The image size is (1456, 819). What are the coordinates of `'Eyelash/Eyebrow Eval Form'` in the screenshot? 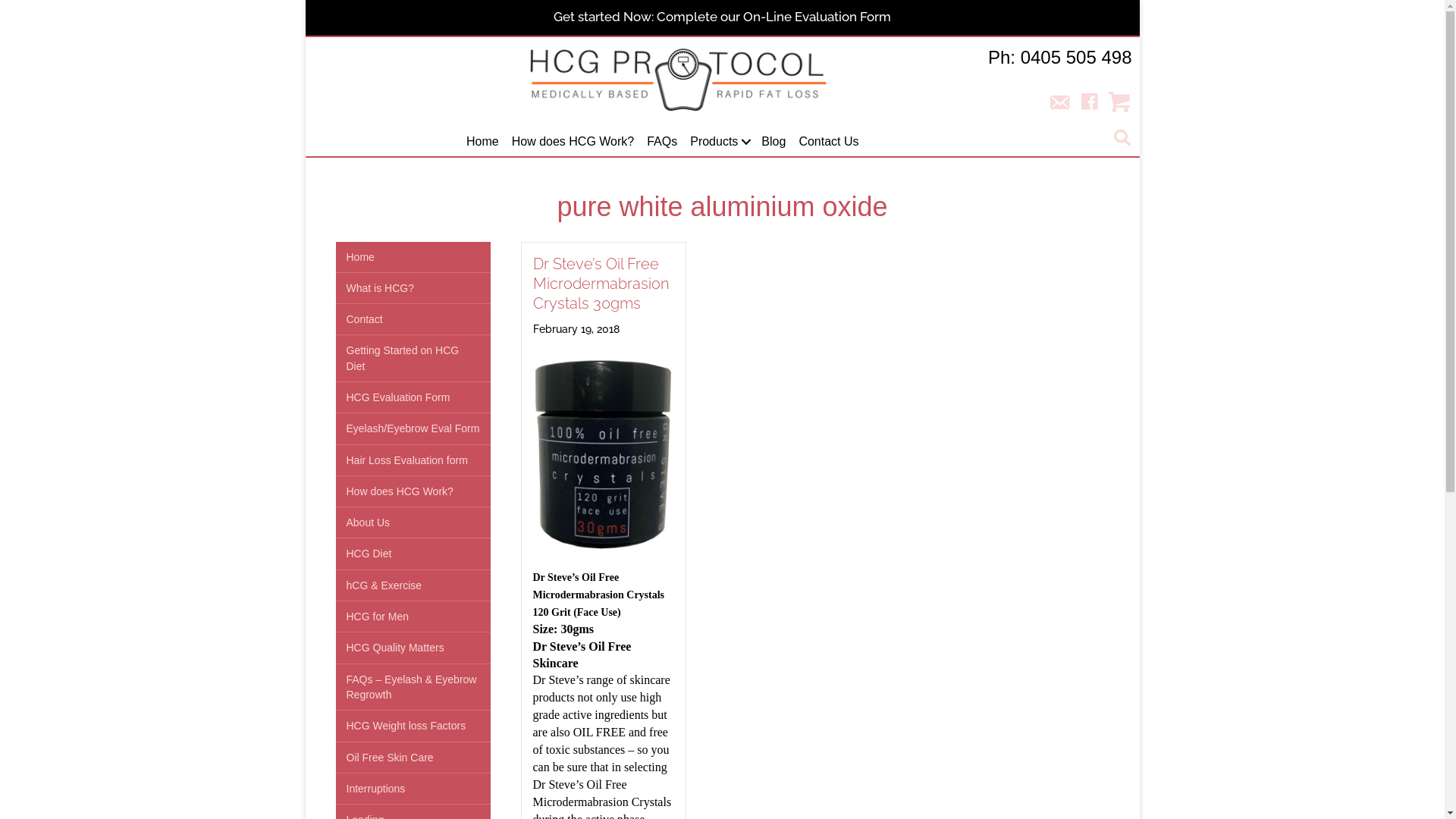 It's located at (412, 428).